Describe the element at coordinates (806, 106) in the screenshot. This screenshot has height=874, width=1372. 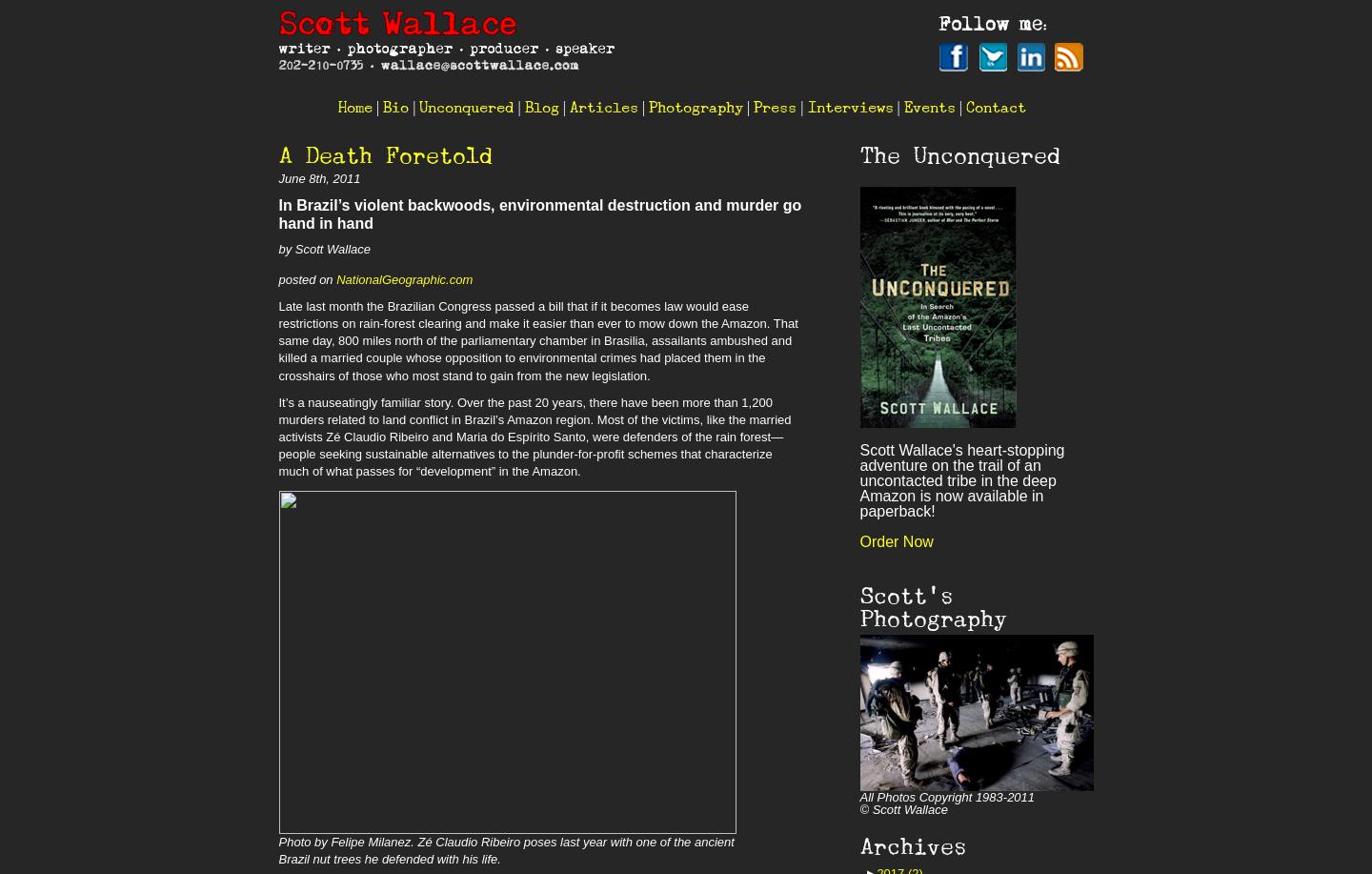
I see `'Interviews'` at that location.